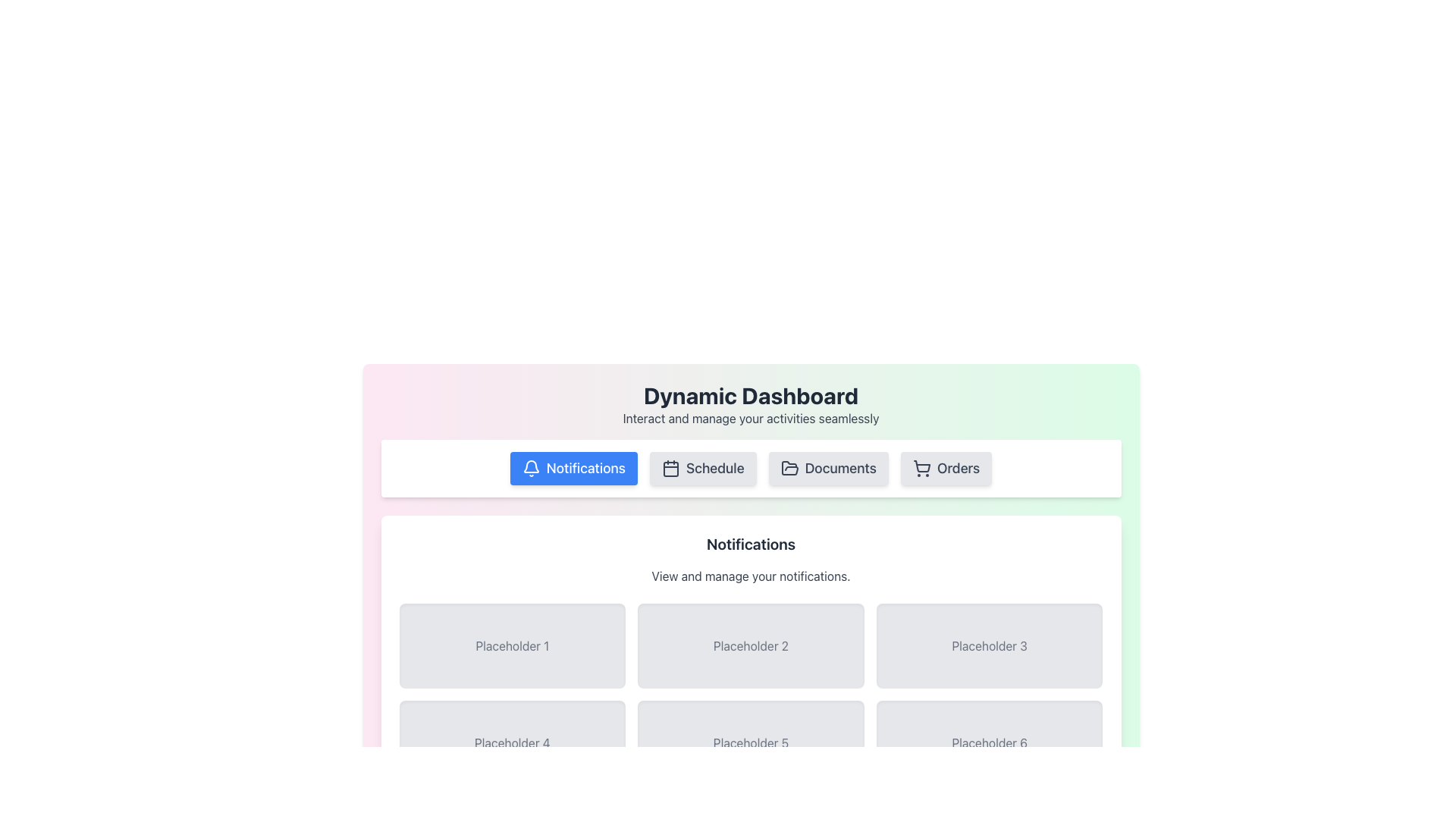  What do you see at coordinates (572, 467) in the screenshot?
I see `the first button in the navigation bar labeled 'Notifications'` at bounding box center [572, 467].